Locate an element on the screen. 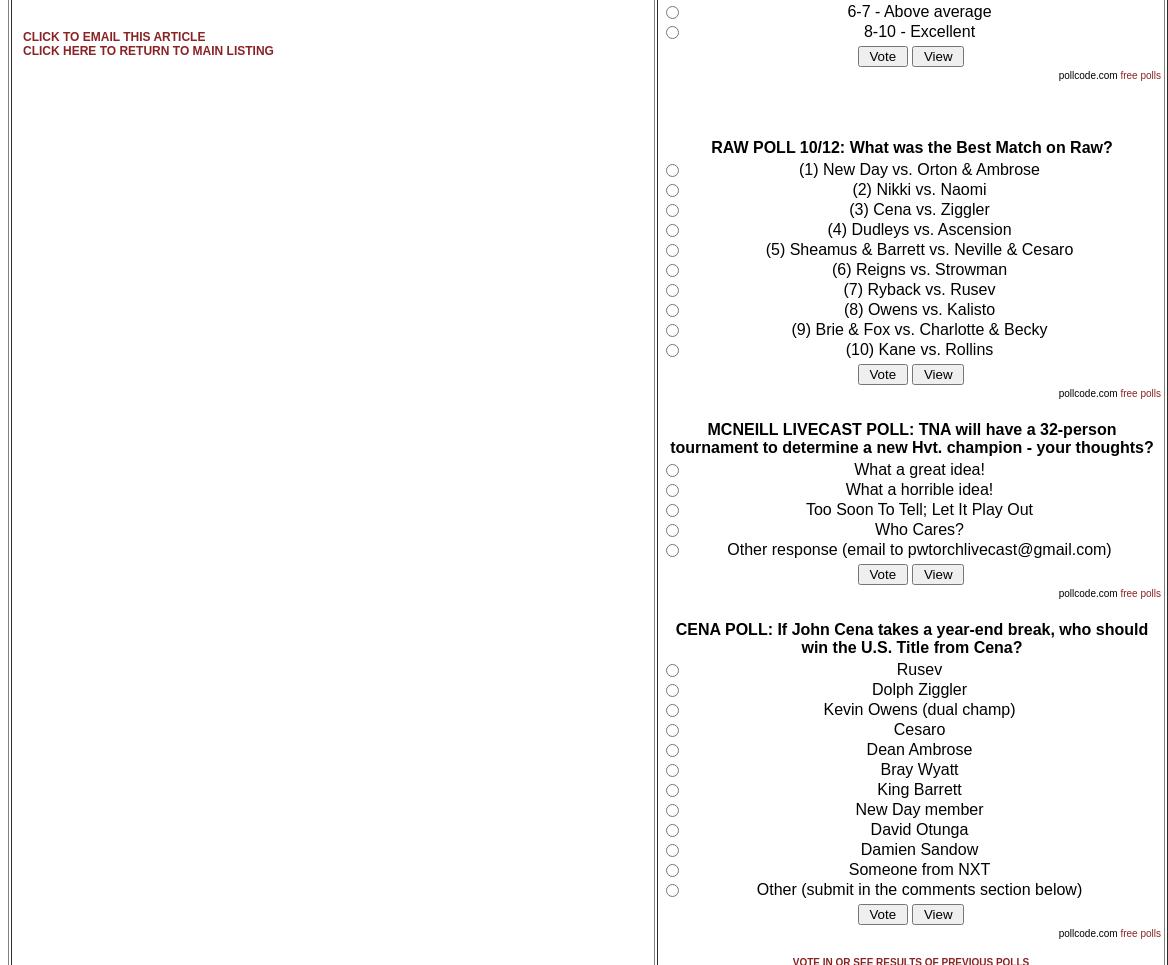  'Someone from NXT' is located at coordinates (918, 869).